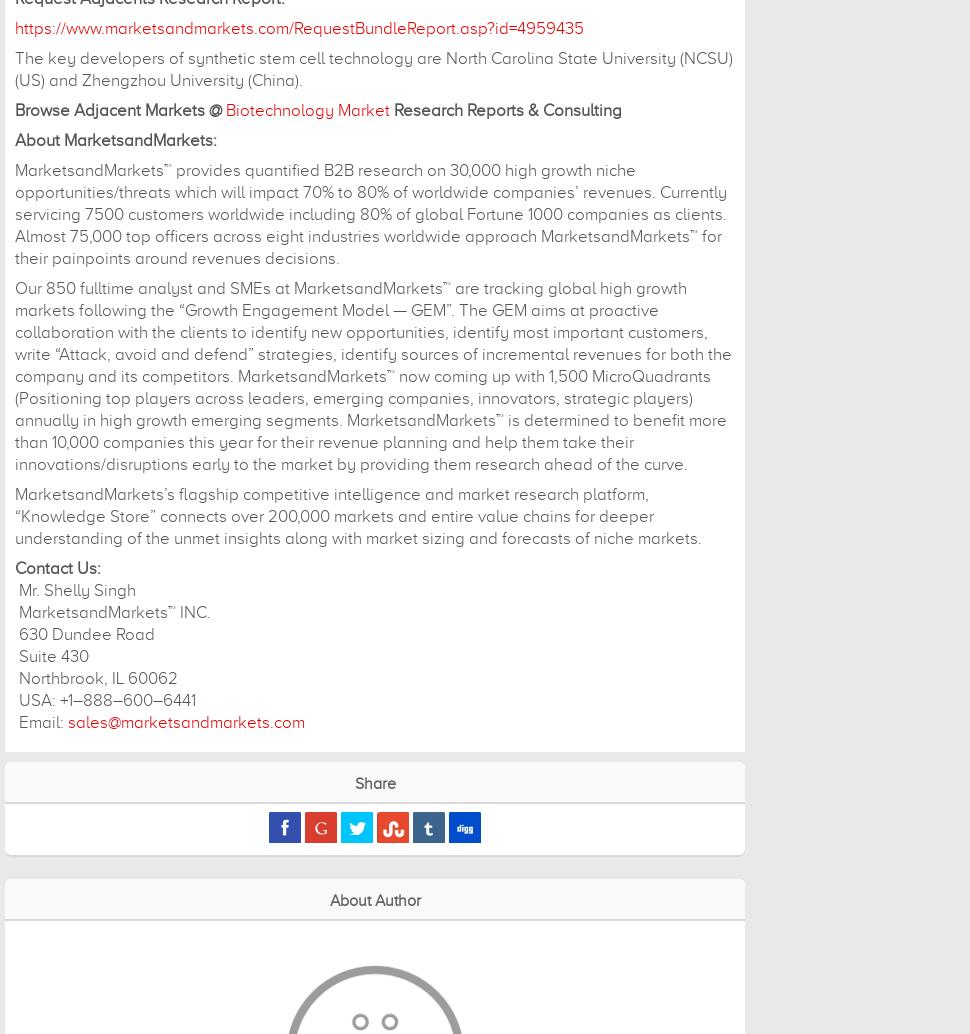  Describe the element at coordinates (120, 110) in the screenshot. I see `'Browse Adjacent Markets @'` at that location.